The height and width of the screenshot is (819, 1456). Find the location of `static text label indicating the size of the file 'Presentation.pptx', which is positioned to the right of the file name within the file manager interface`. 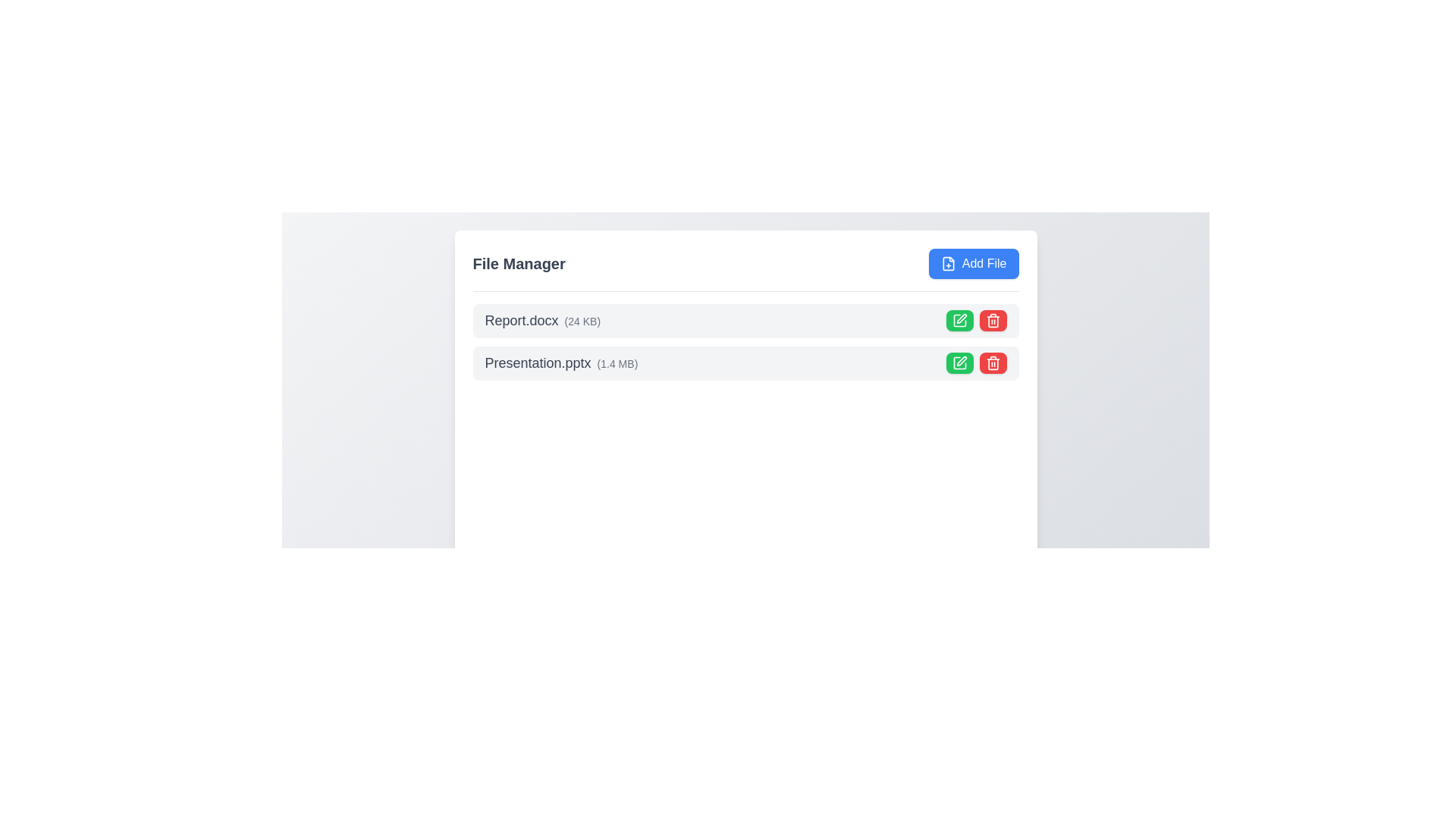

static text label indicating the size of the file 'Presentation.pptx', which is positioned to the right of the file name within the file manager interface is located at coordinates (617, 363).